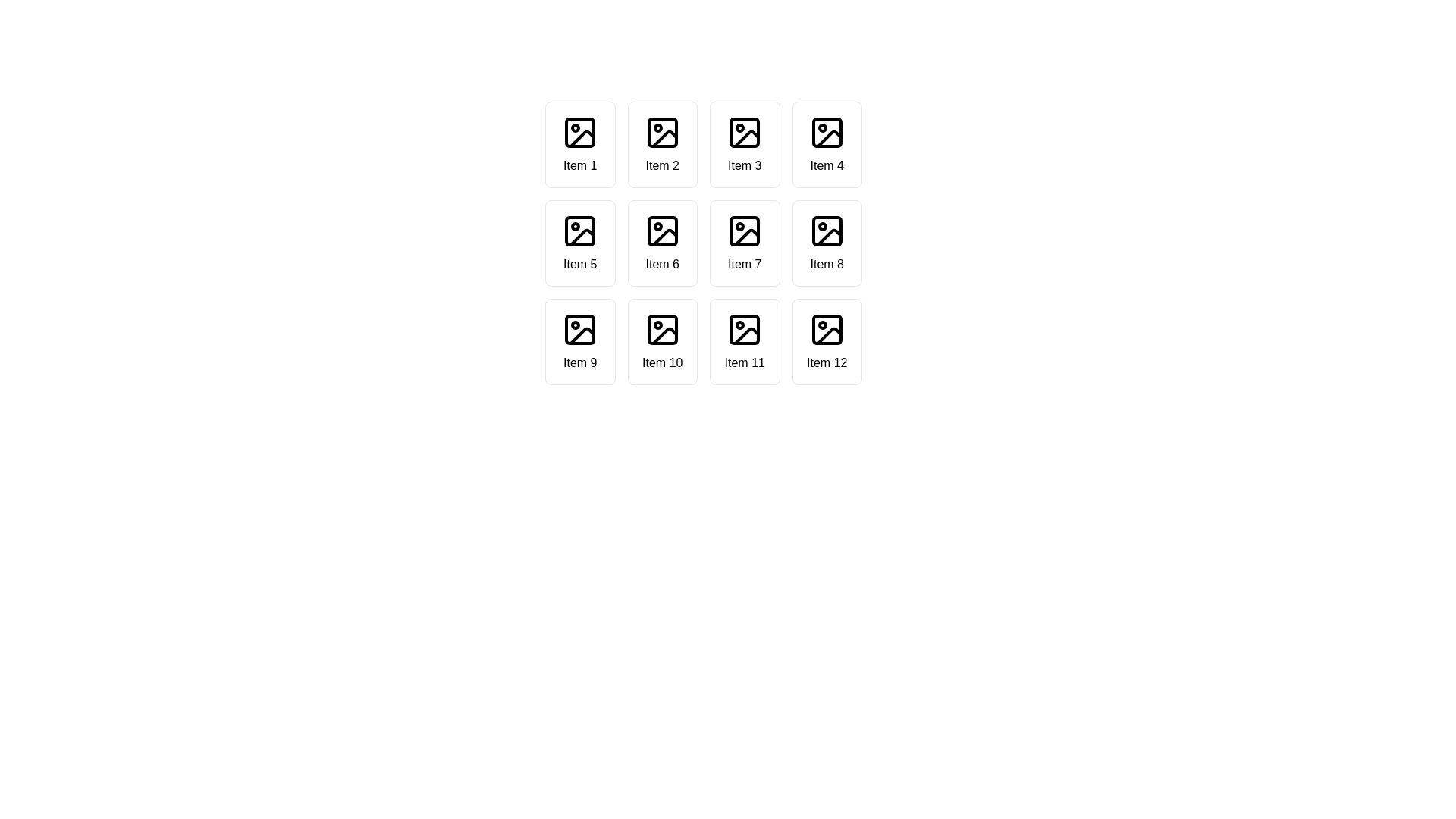 This screenshot has height=819, width=1456. What do you see at coordinates (826, 231) in the screenshot?
I see `the SVG graphic icon styled to resemble an image placeholder located in 'Item 8' in the second row and fourth column of the grid layout, centered above the text 'Item 8'` at bounding box center [826, 231].